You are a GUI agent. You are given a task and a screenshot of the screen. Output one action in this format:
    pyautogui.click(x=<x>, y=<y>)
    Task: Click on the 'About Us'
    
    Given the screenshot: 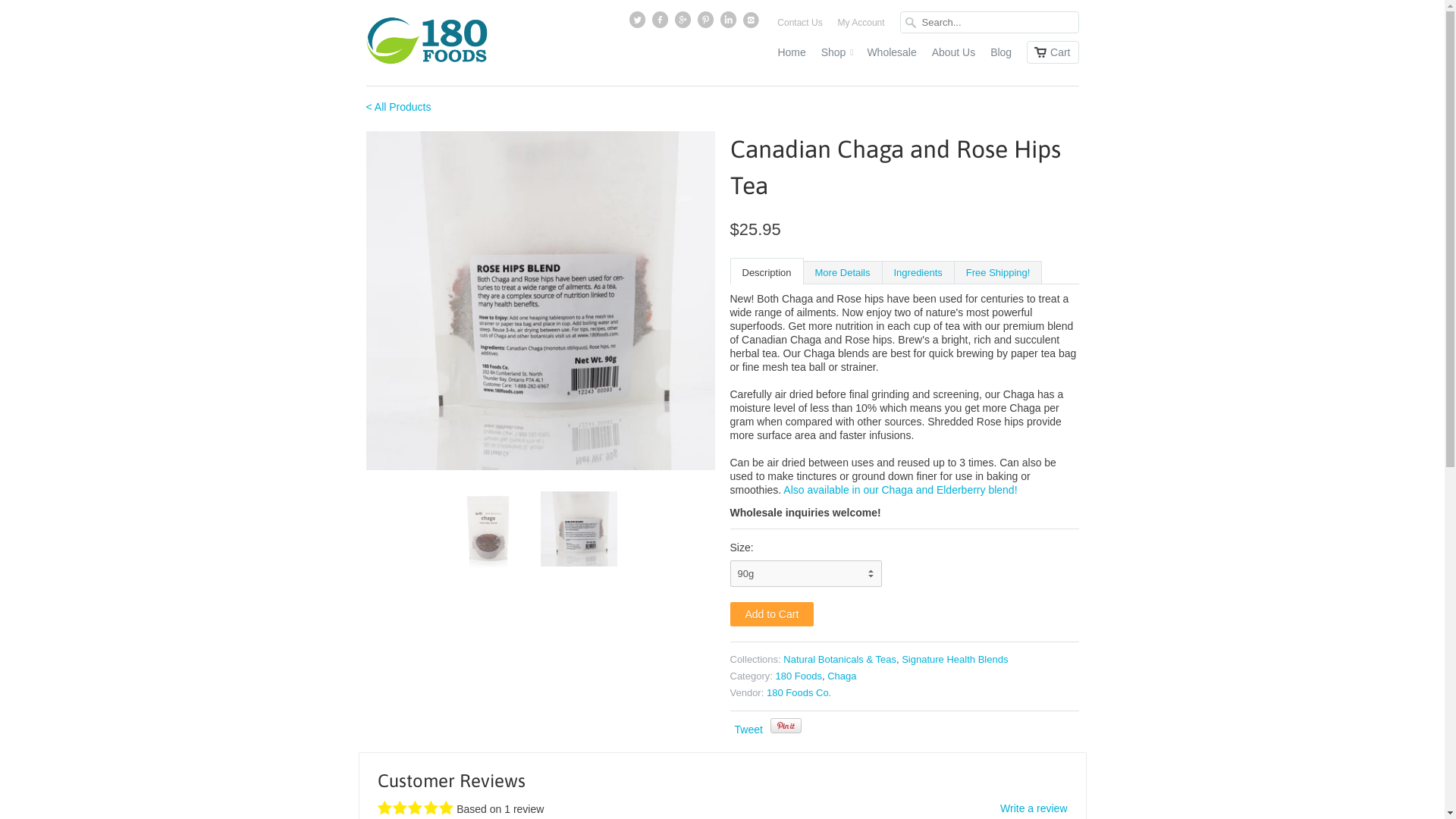 What is the action you would take?
    pyautogui.click(x=952, y=55)
    